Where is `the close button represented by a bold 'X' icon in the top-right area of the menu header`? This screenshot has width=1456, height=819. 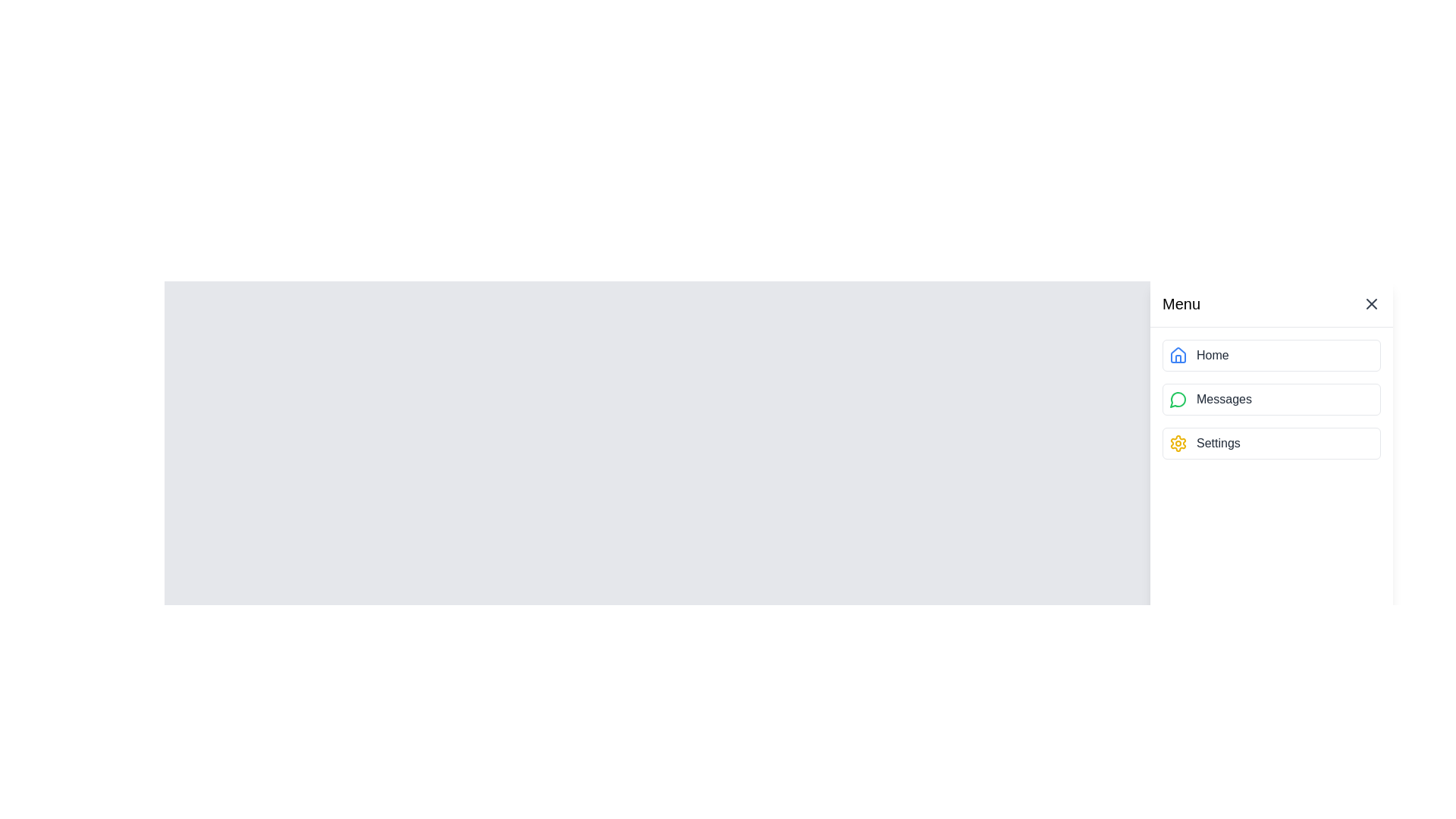
the close button represented by a bold 'X' icon in the top-right area of the menu header is located at coordinates (1372, 304).